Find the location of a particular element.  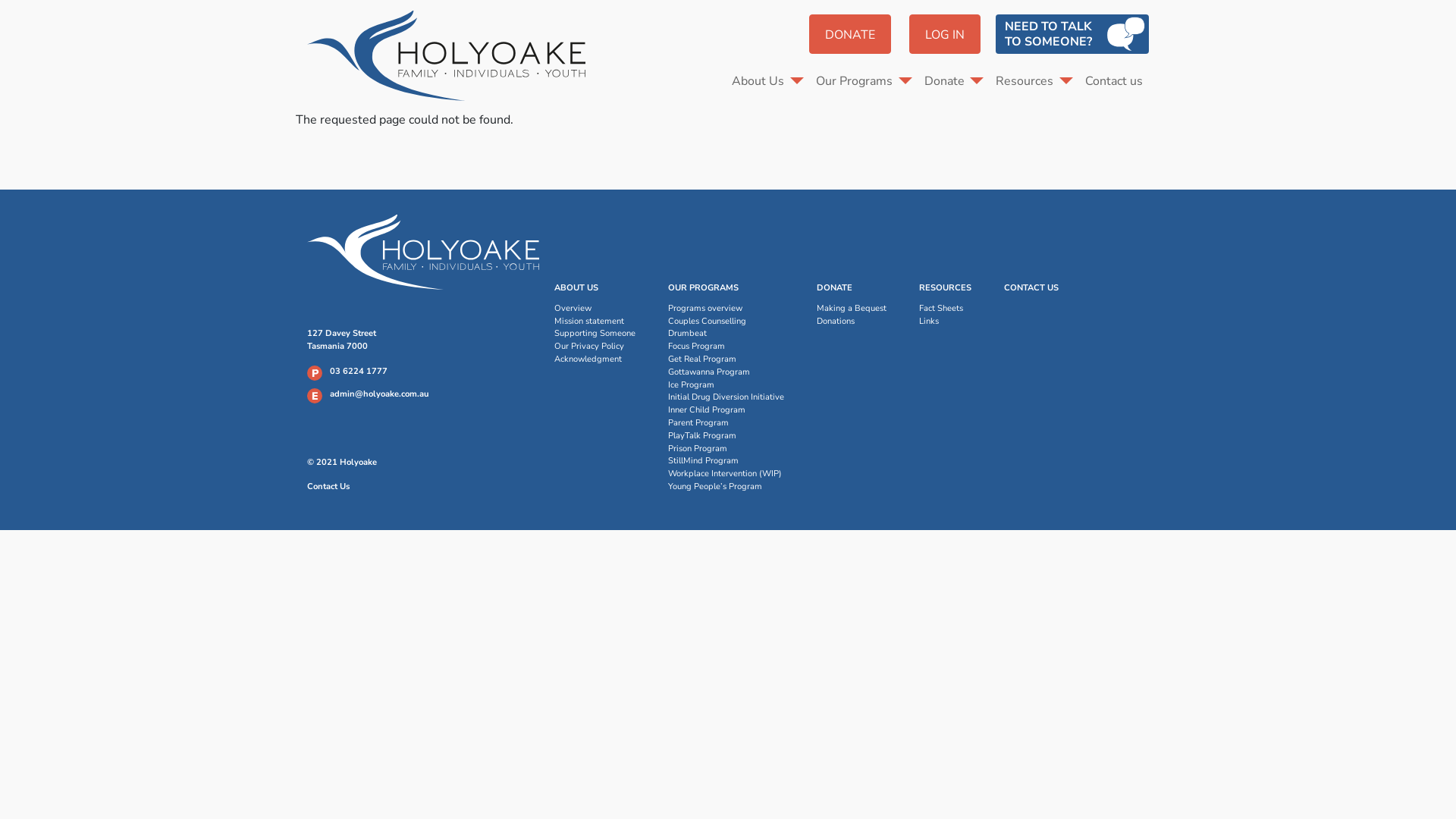

'Workplace Intervention (WIP)' is located at coordinates (725, 473).